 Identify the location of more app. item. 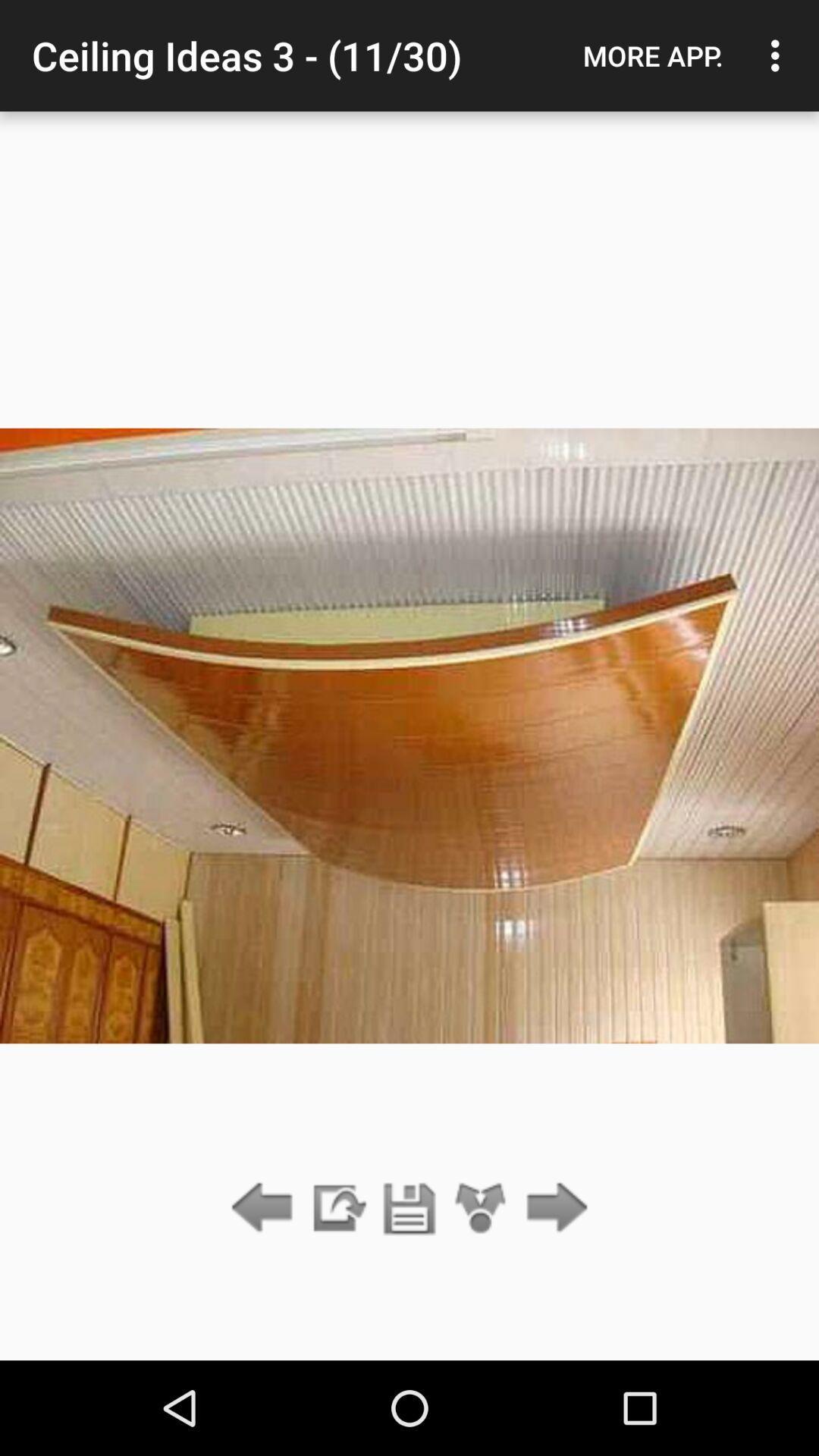
(652, 55).